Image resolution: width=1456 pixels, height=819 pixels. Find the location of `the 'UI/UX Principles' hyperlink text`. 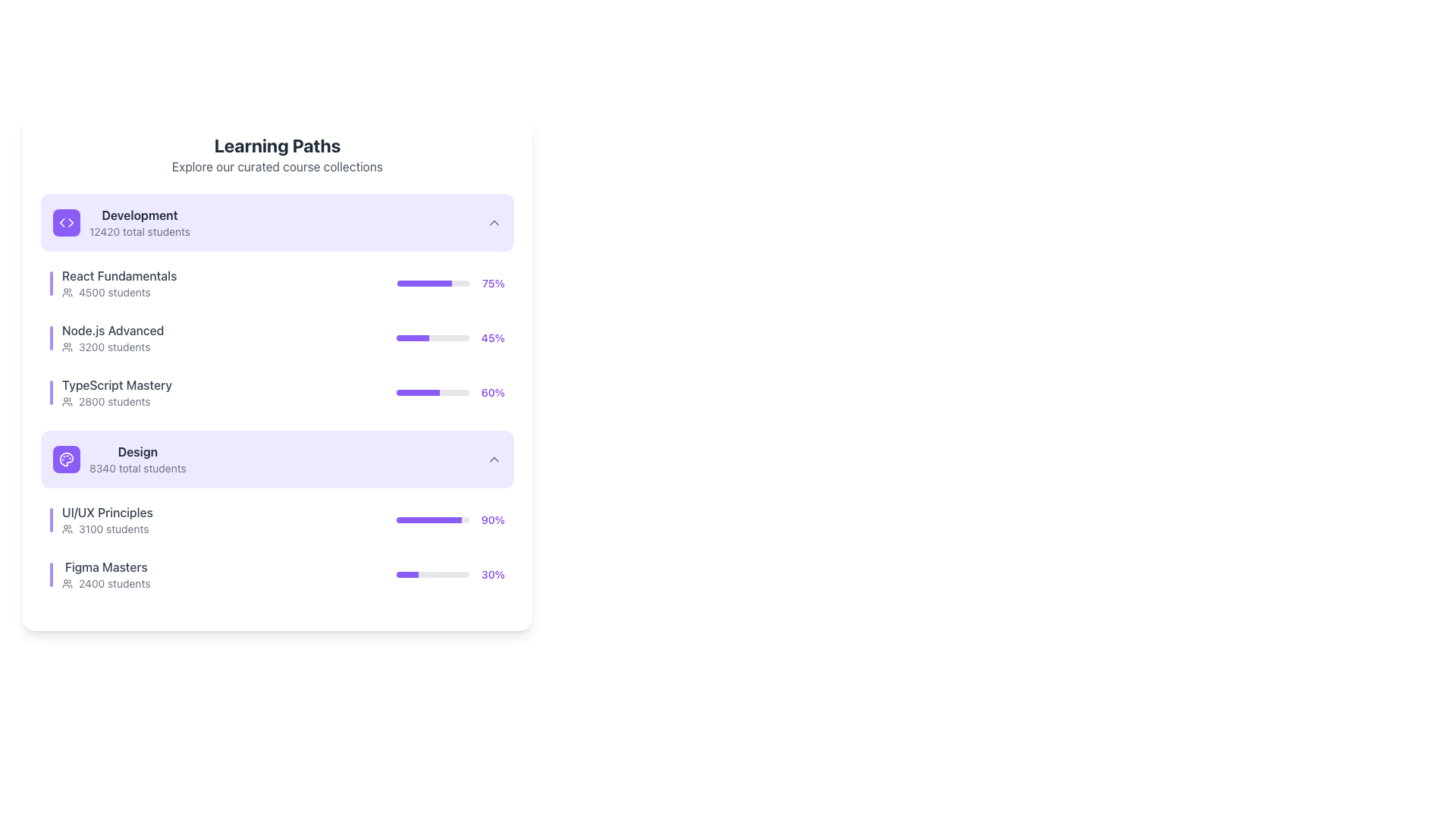

the 'UI/UX Principles' hyperlink text is located at coordinates (106, 512).